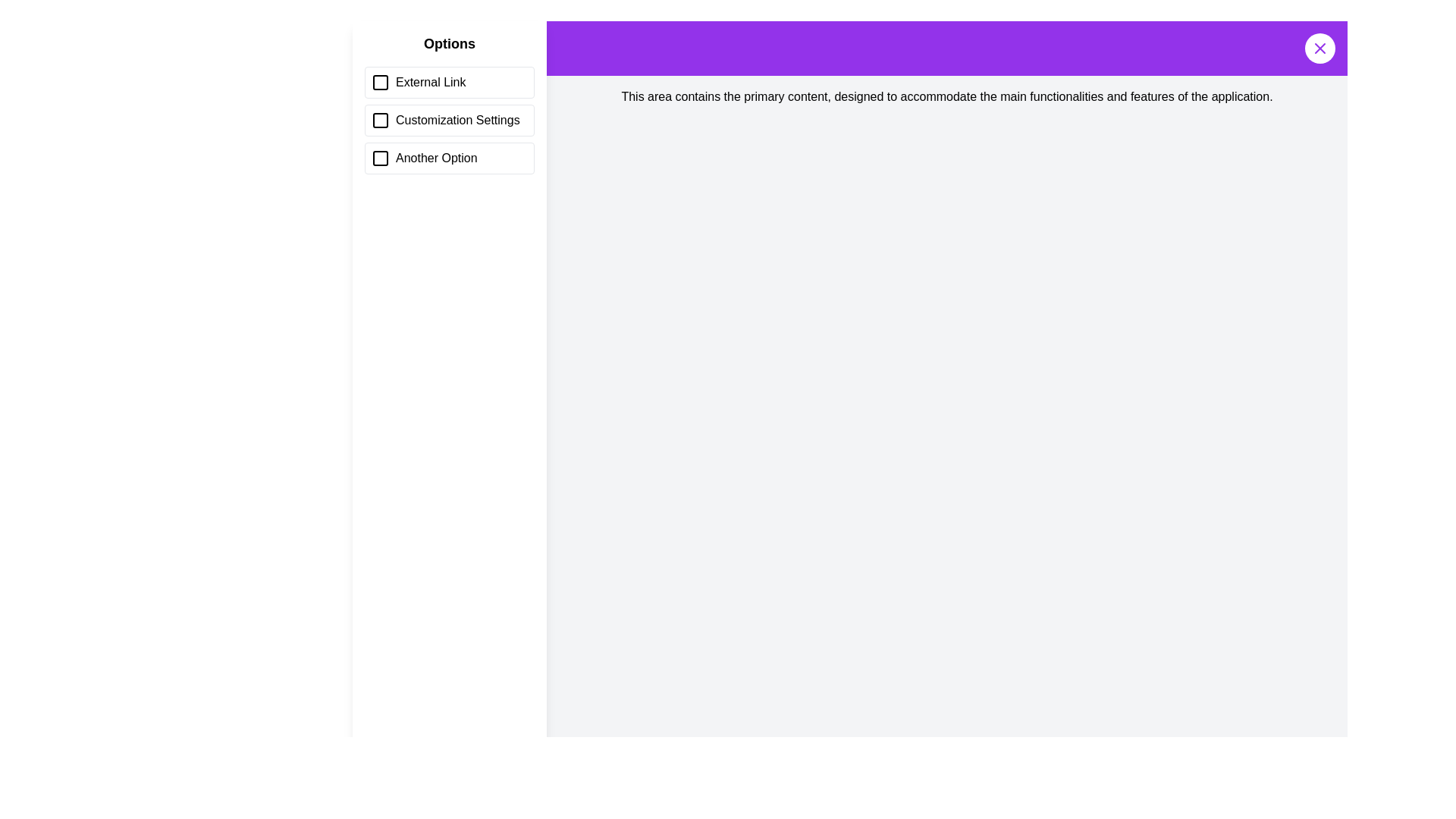 This screenshot has height=819, width=1456. What do you see at coordinates (449, 42) in the screenshot?
I see `the 'Options' text label located at the top of the left-side menu panel, which is bold and larger in font, directly above the menu options` at bounding box center [449, 42].